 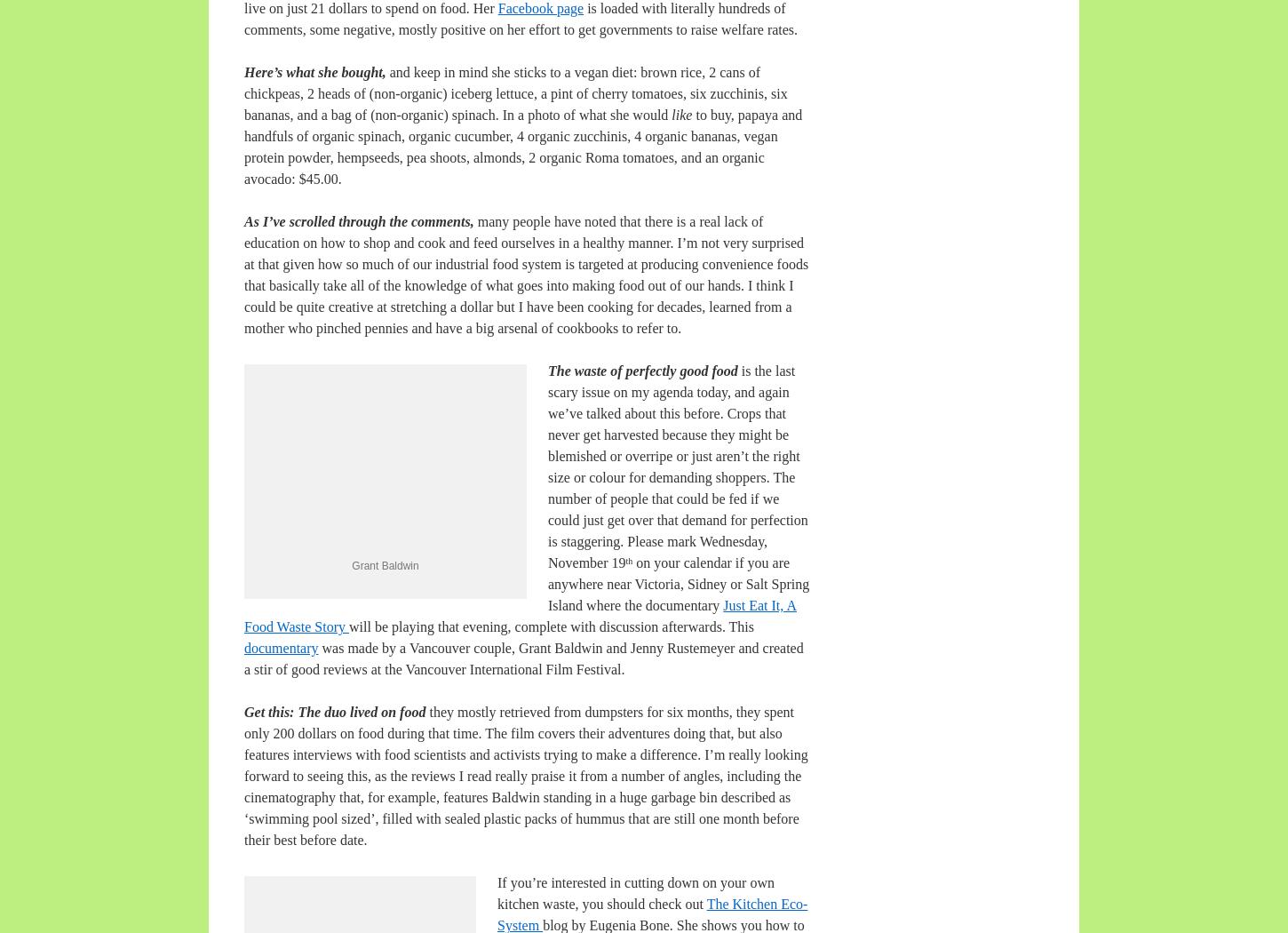 What do you see at coordinates (526, 775) in the screenshot?
I see `'they mostly retrieved from dumpsters for six months, they spent only 200 dollars on food during that time. The film covers their adventures doing that, but also features interviews with food scientists and activists trying to make a difference. I’m really looking forward to seeing this, as the reviews I read really praise it from a number of angles, including the cinematography that, for example, features Baldwin standing in a huge garbage bin described as ‘swimming pool sized’, filled with sealed plastic packs of hummus that are still one month before their best before date.'` at bounding box center [526, 775].